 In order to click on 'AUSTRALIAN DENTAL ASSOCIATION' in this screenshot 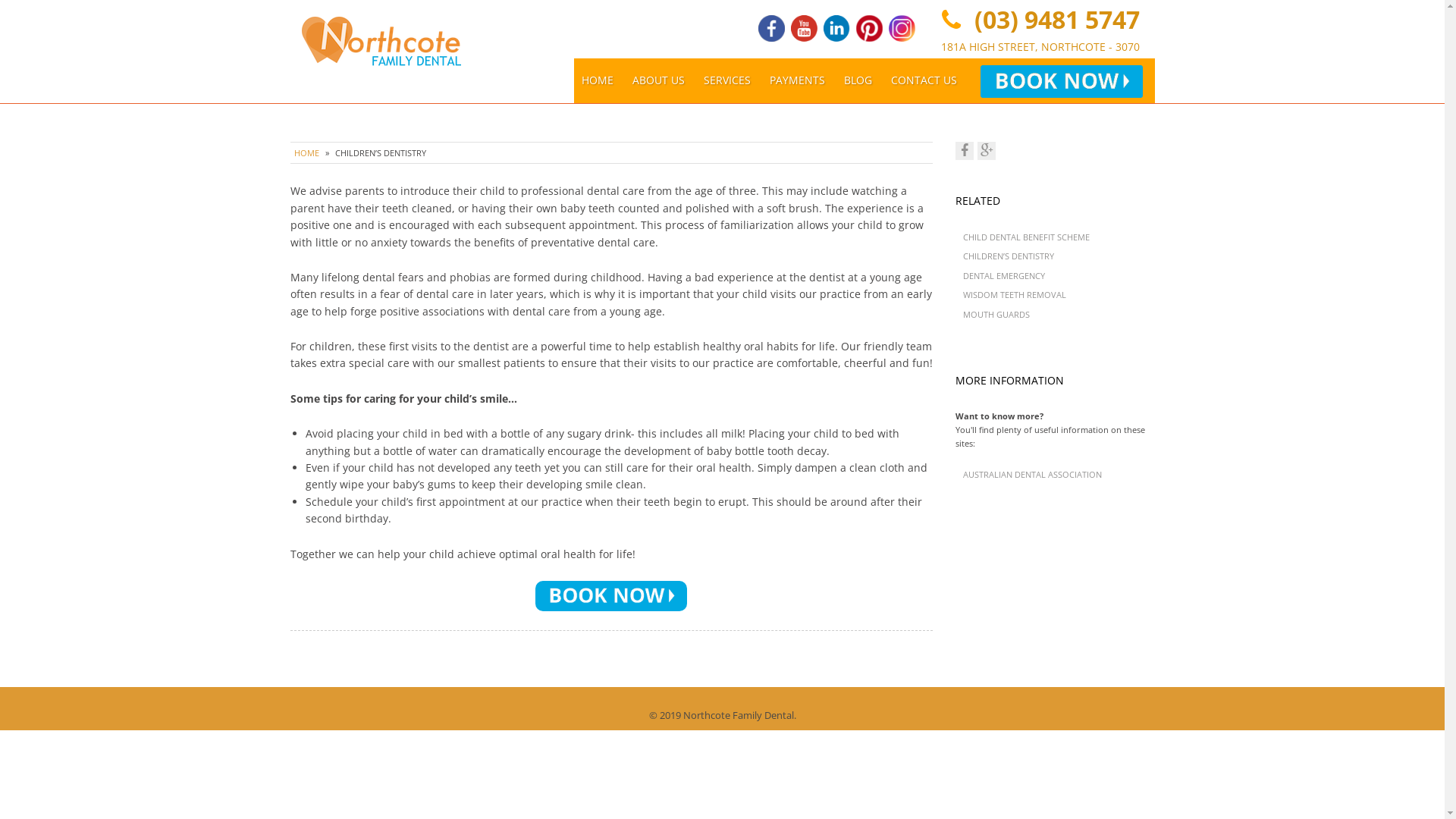, I will do `click(1031, 473)`.